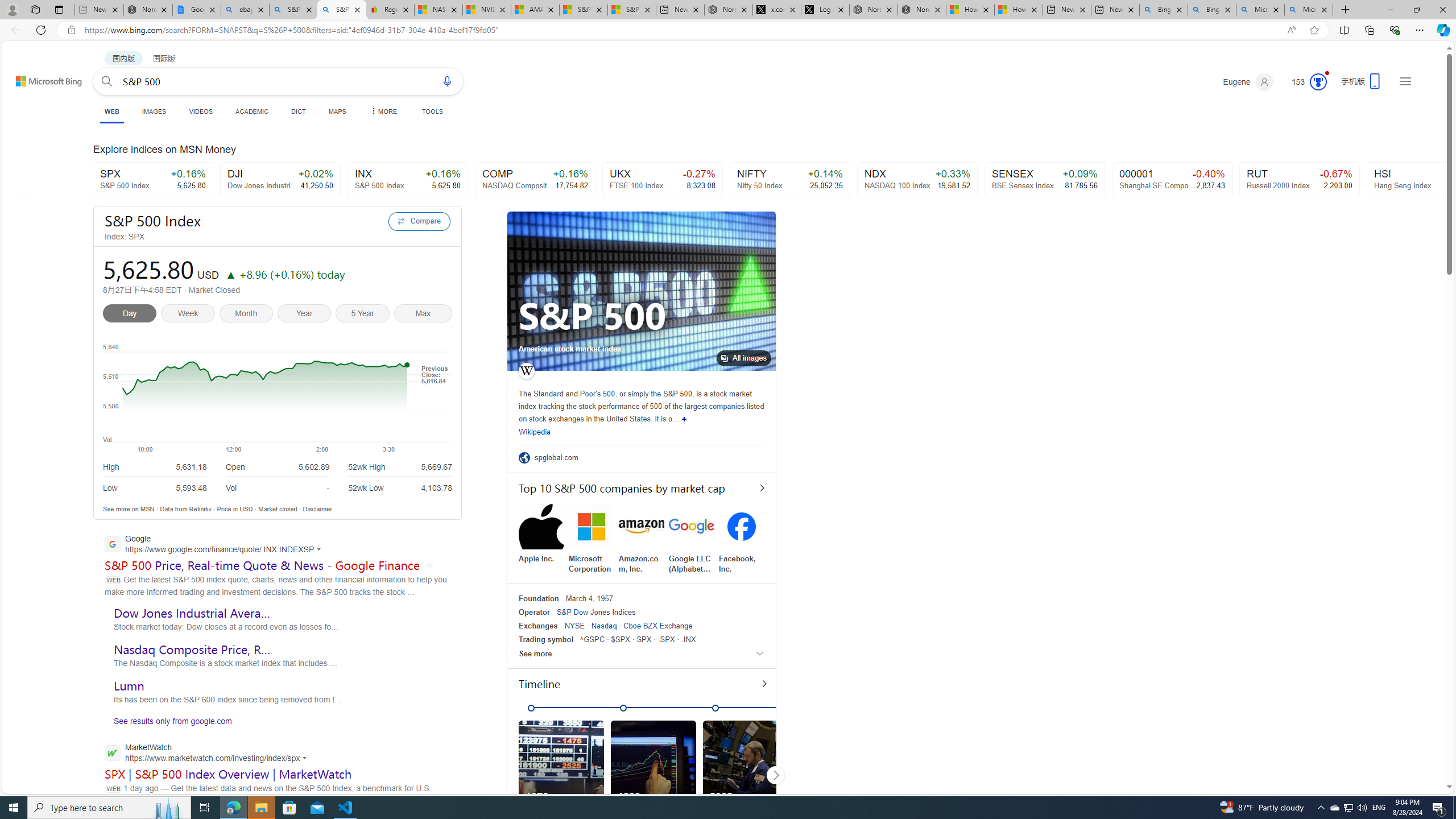 This screenshot has width=1456, height=819. What do you see at coordinates (341, 9) in the screenshot?
I see `'S&P 500 - Search'` at bounding box center [341, 9].